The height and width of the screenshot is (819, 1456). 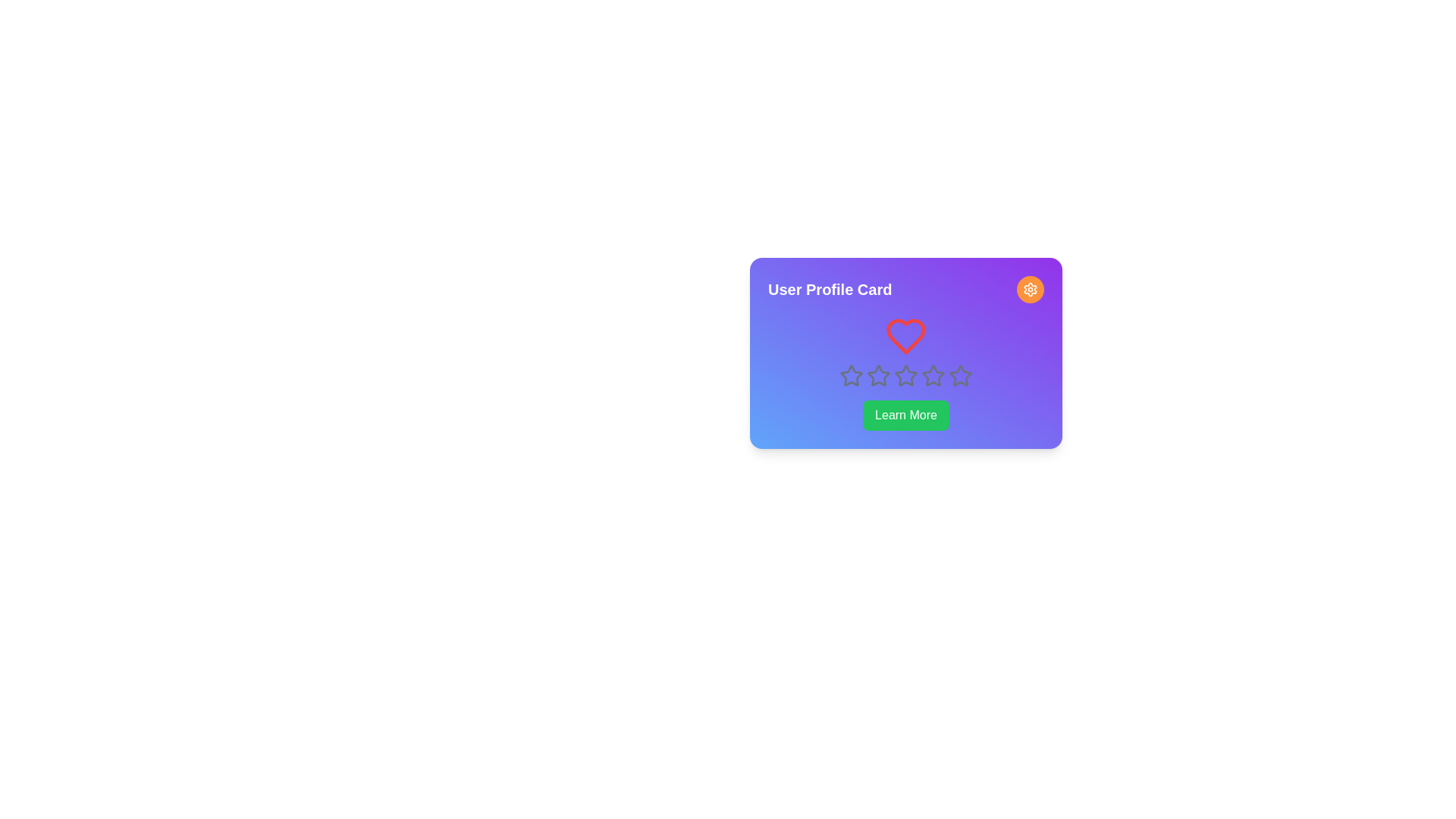 What do you see at coordinates (878, 375) in the screenshot?
I see `the third star in the rating system of the User Profile Card to rate it` at bounding box center [878, 375].